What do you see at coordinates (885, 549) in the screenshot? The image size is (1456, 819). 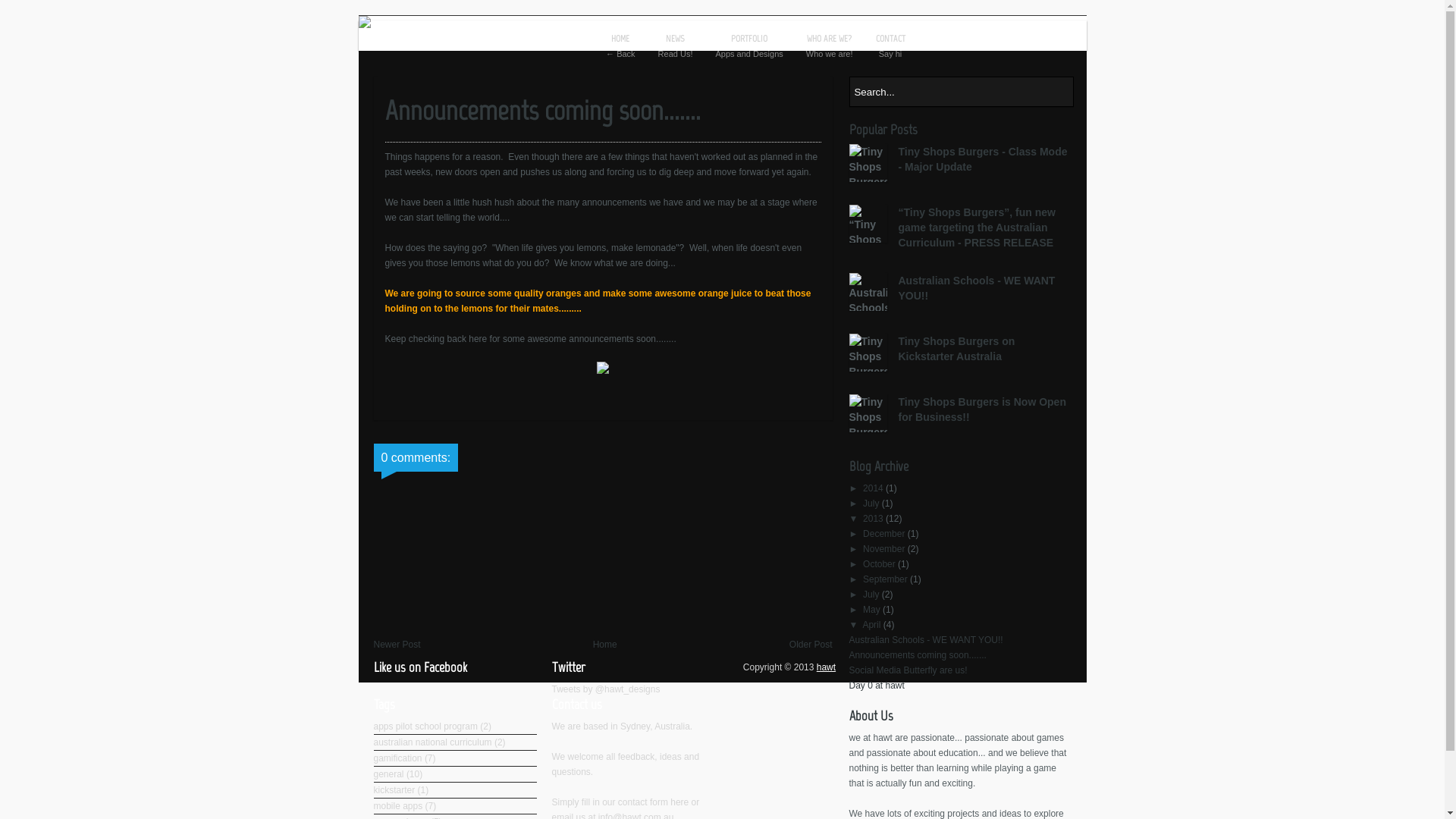 I see `'November'` at bounding box center [885, 549].